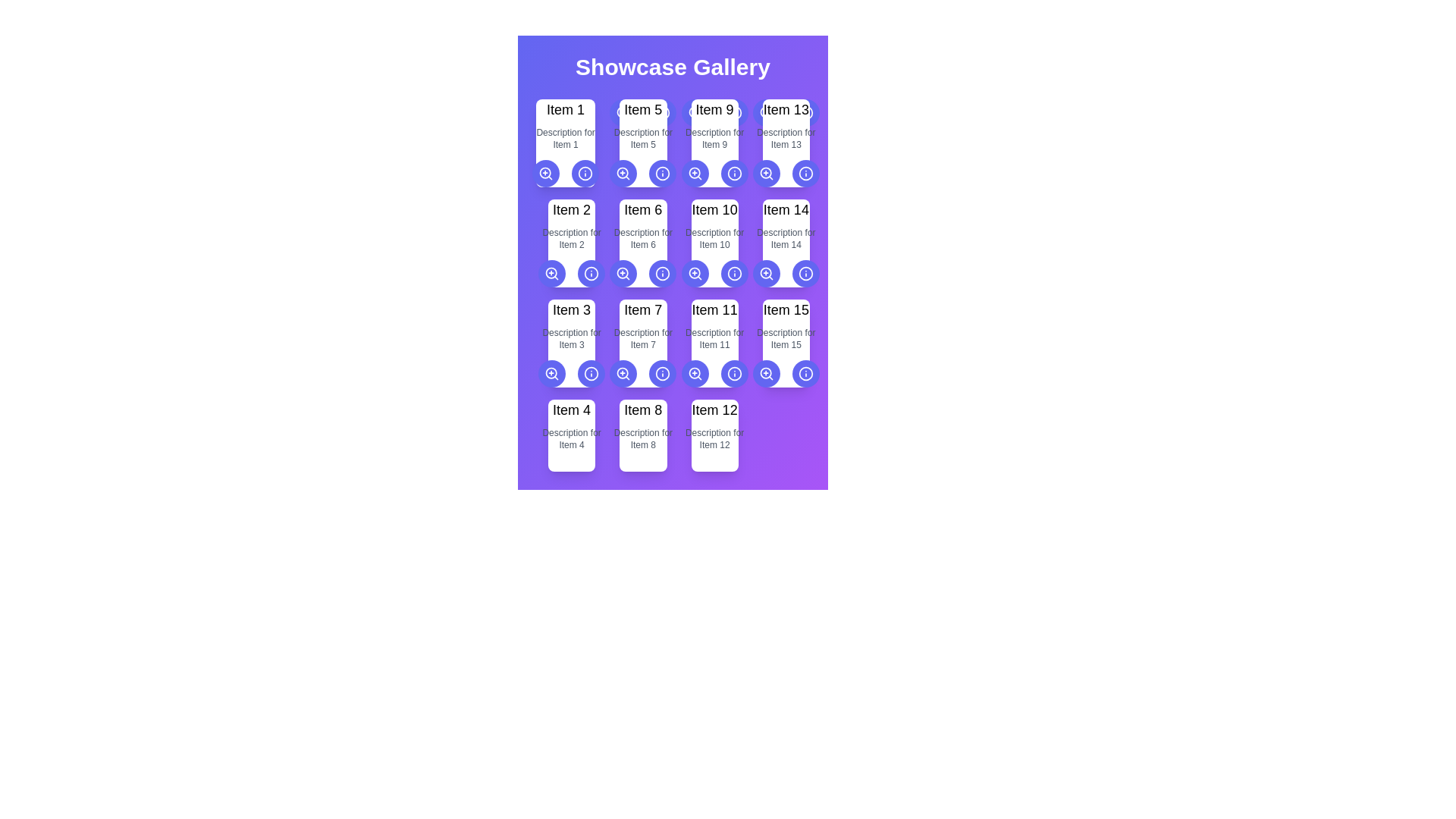 This screenshot has width=1456, height=819. I want to click on the circular zoom-in button with an indigo background and white outline, located beneath the 'Item 10' label, so click(694, 274).